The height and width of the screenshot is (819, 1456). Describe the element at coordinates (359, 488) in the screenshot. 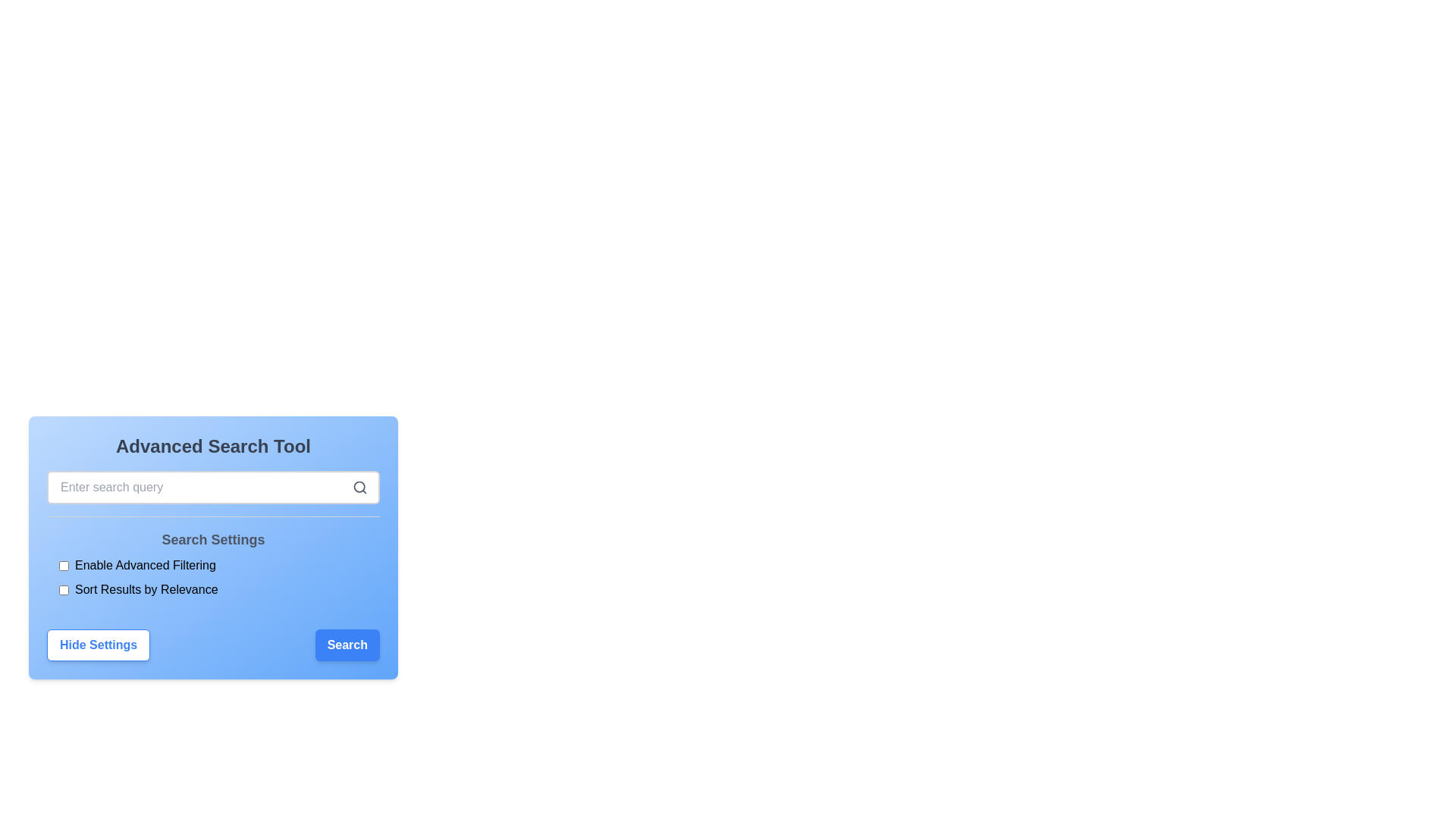

I see `the decorative magnifying glass icon` at that location.